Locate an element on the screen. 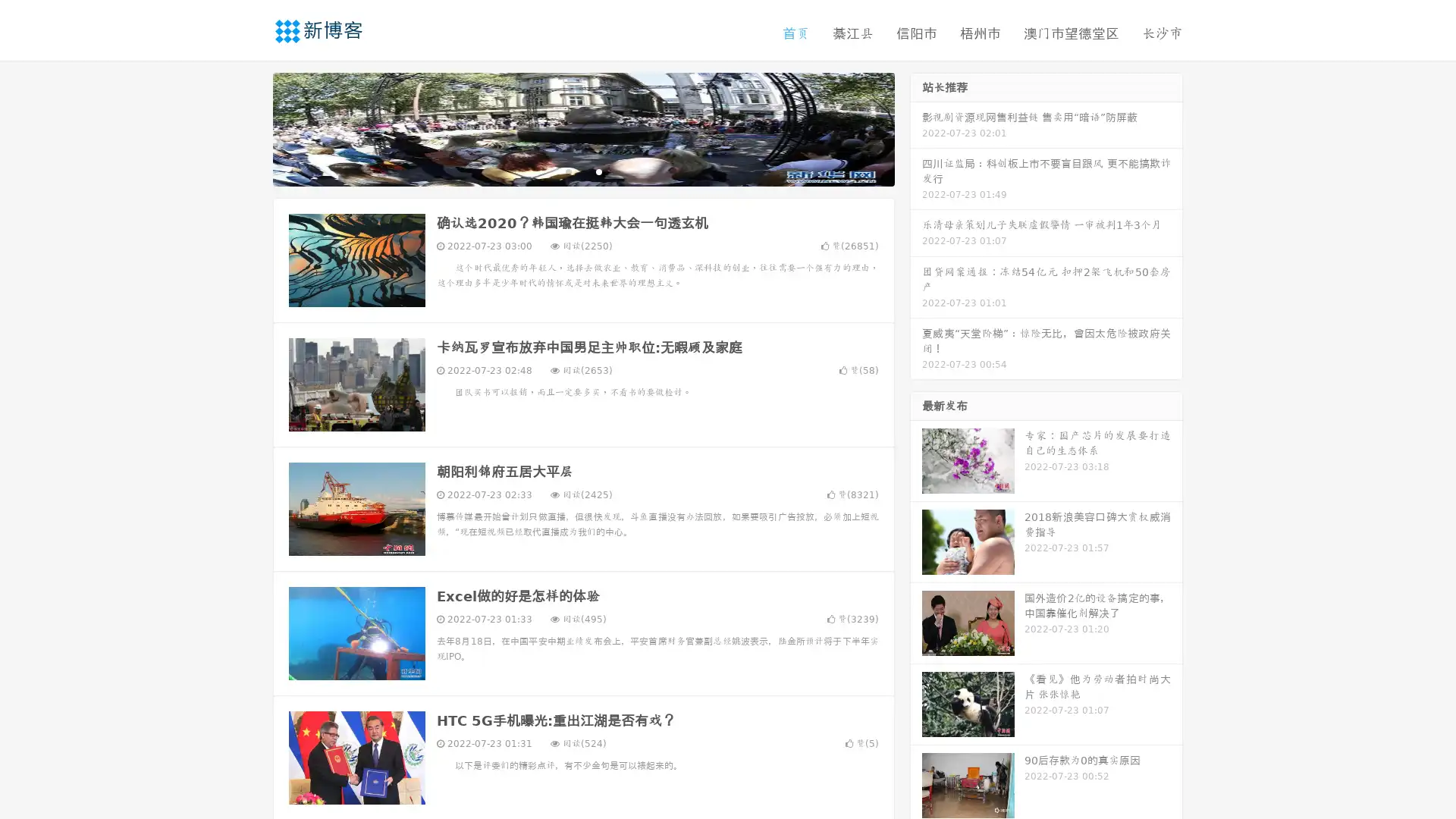  Next slide is located at coordinates (916, 127).